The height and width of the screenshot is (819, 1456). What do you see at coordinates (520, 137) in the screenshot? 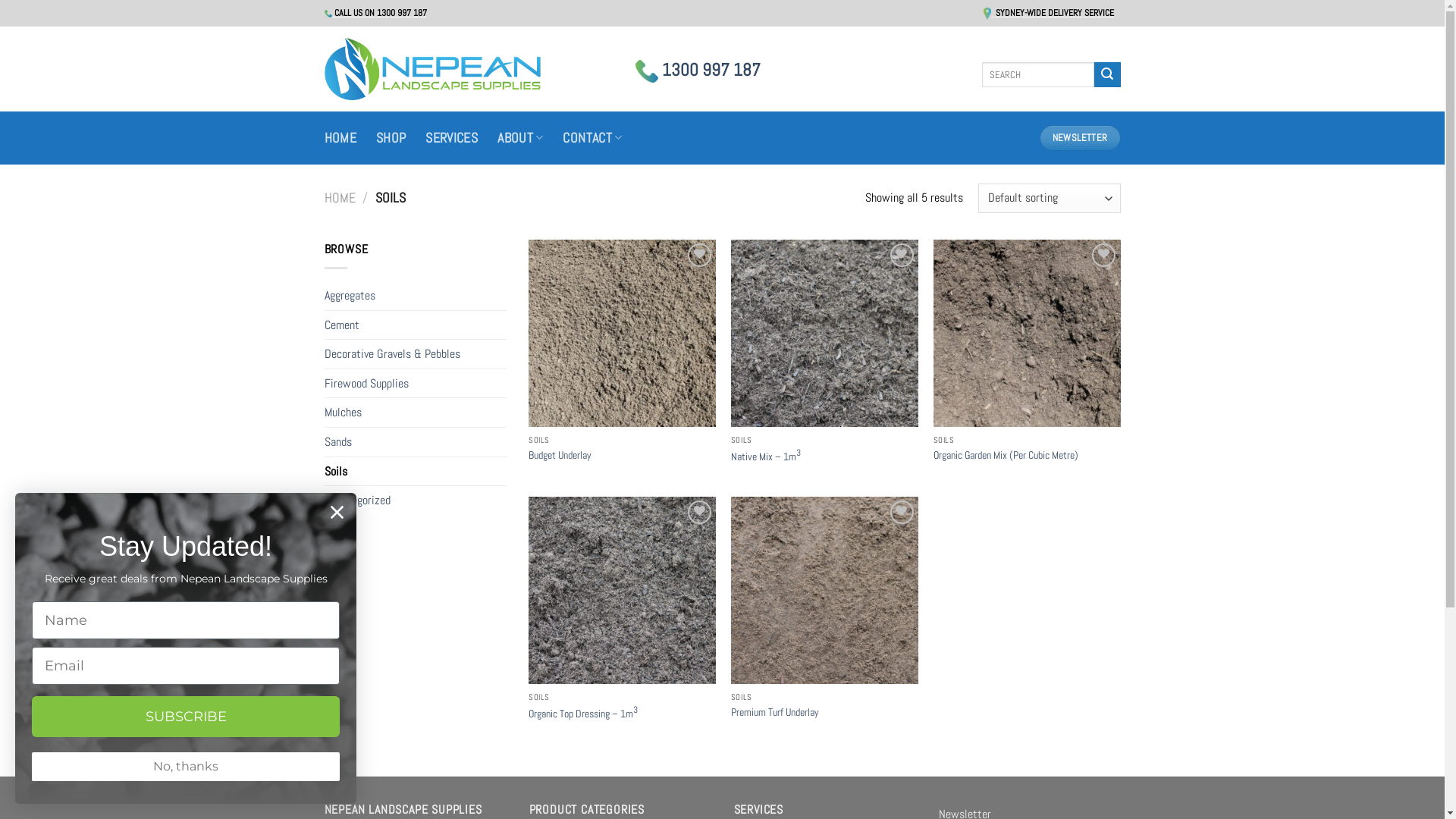
I see `'ABOUT'` at bounding box center [520, 137].